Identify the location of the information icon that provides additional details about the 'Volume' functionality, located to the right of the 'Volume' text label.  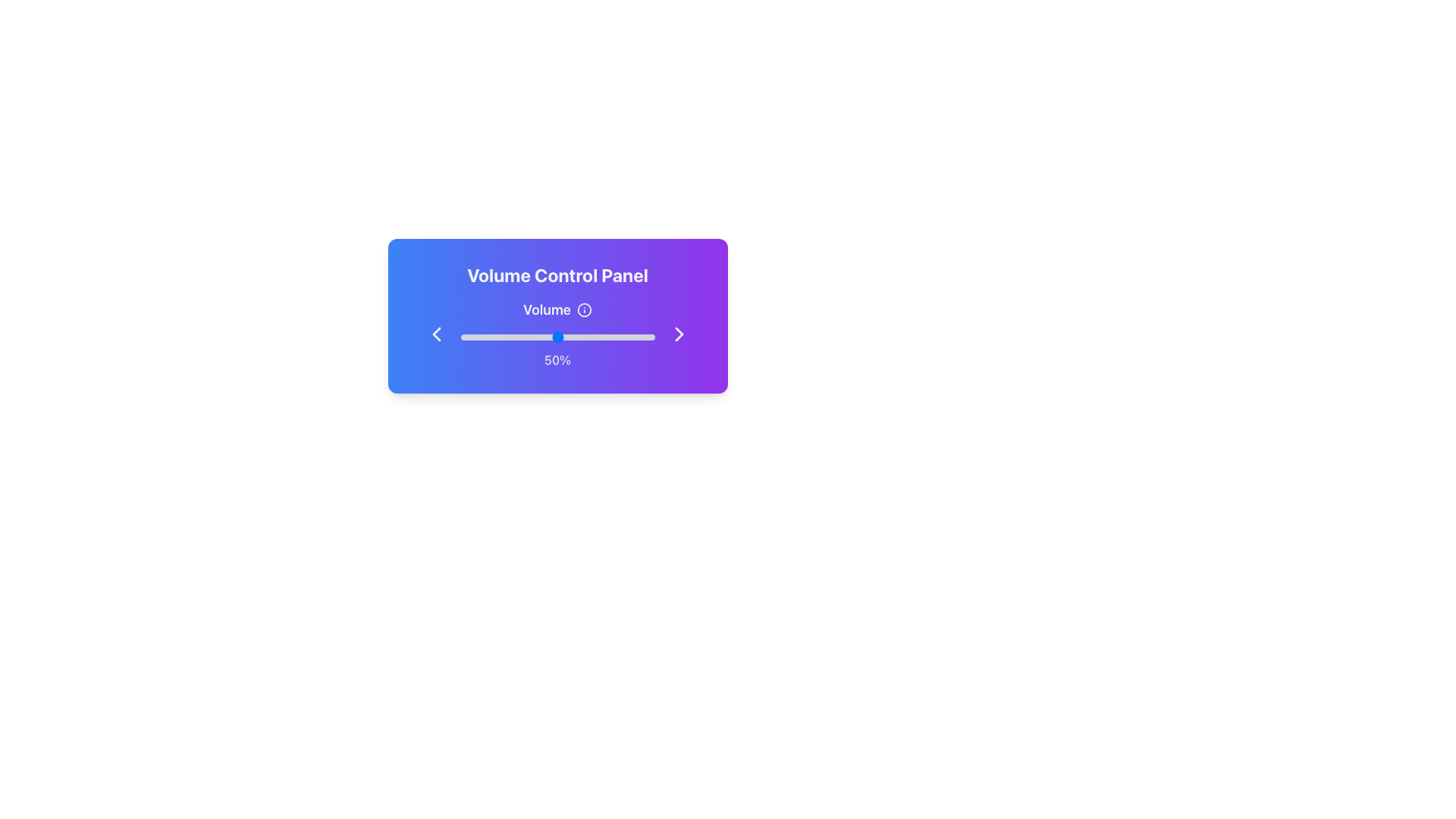
(583, 309).